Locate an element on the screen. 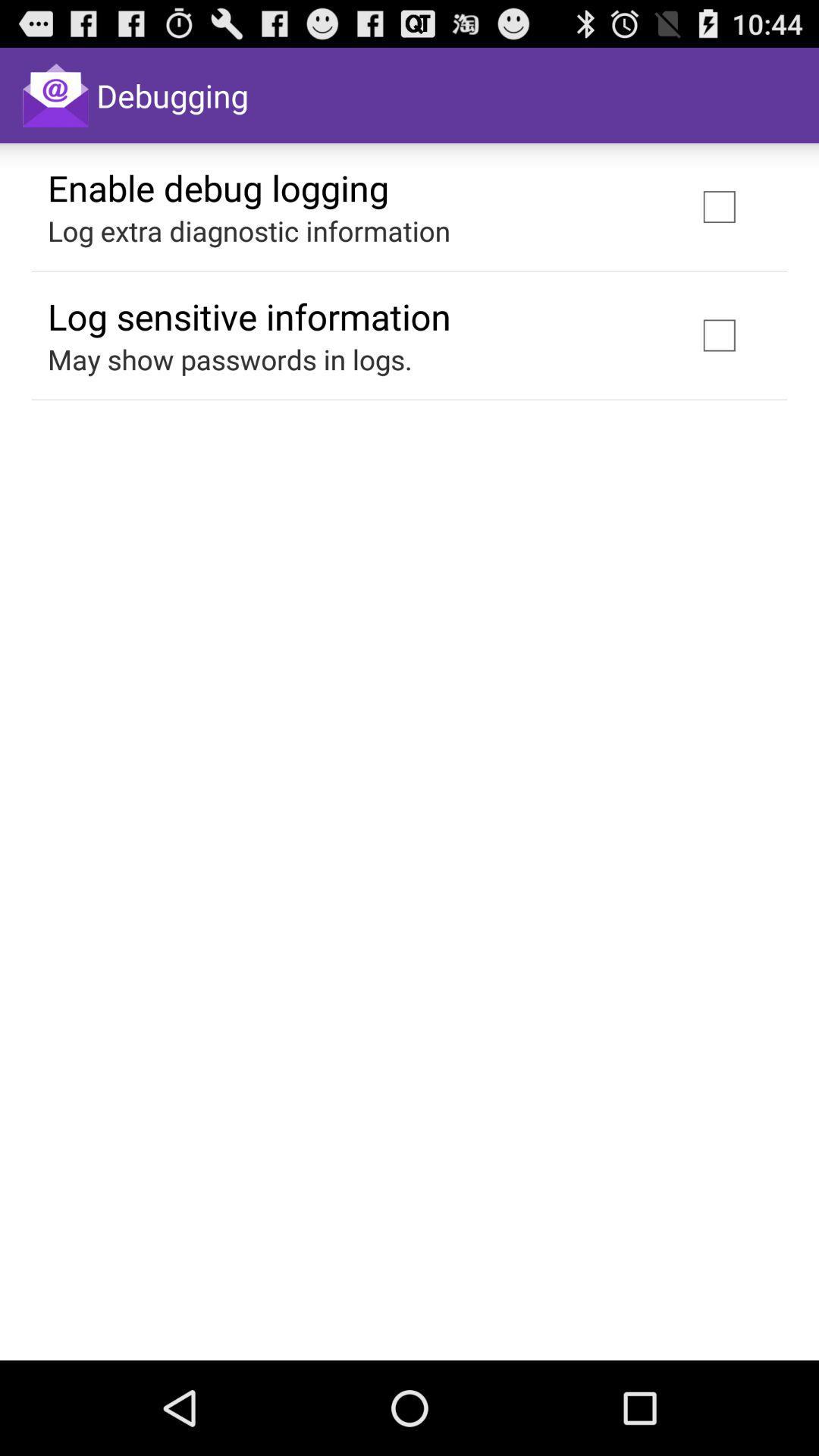 The width and height of the screenshot is (819, 1456). the item above the log sensitive information icon is located at coordinates (248, 230).